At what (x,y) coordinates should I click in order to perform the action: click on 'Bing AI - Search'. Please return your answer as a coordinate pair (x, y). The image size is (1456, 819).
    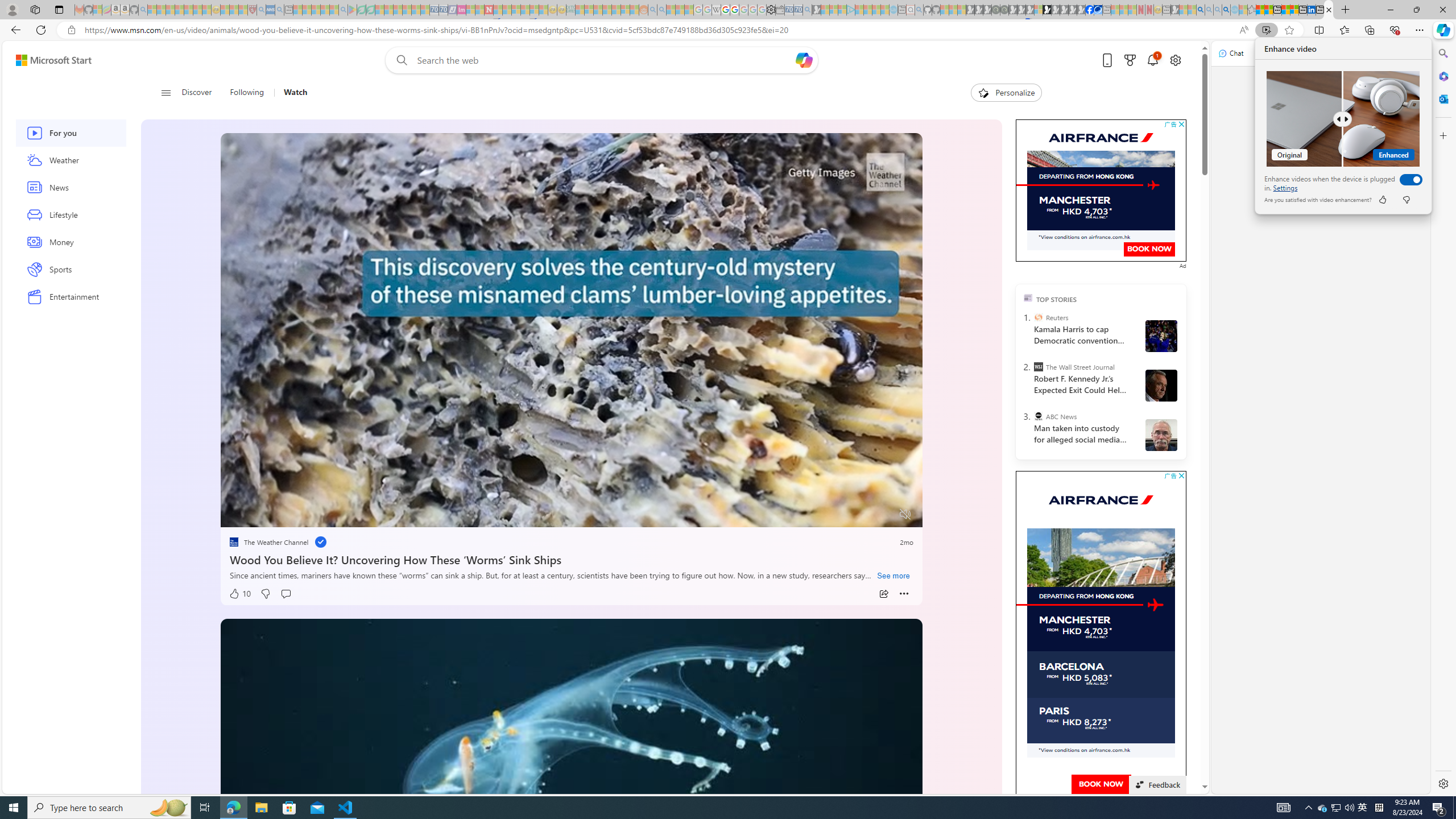
    Looking at the image, I should click on (1199, 9).